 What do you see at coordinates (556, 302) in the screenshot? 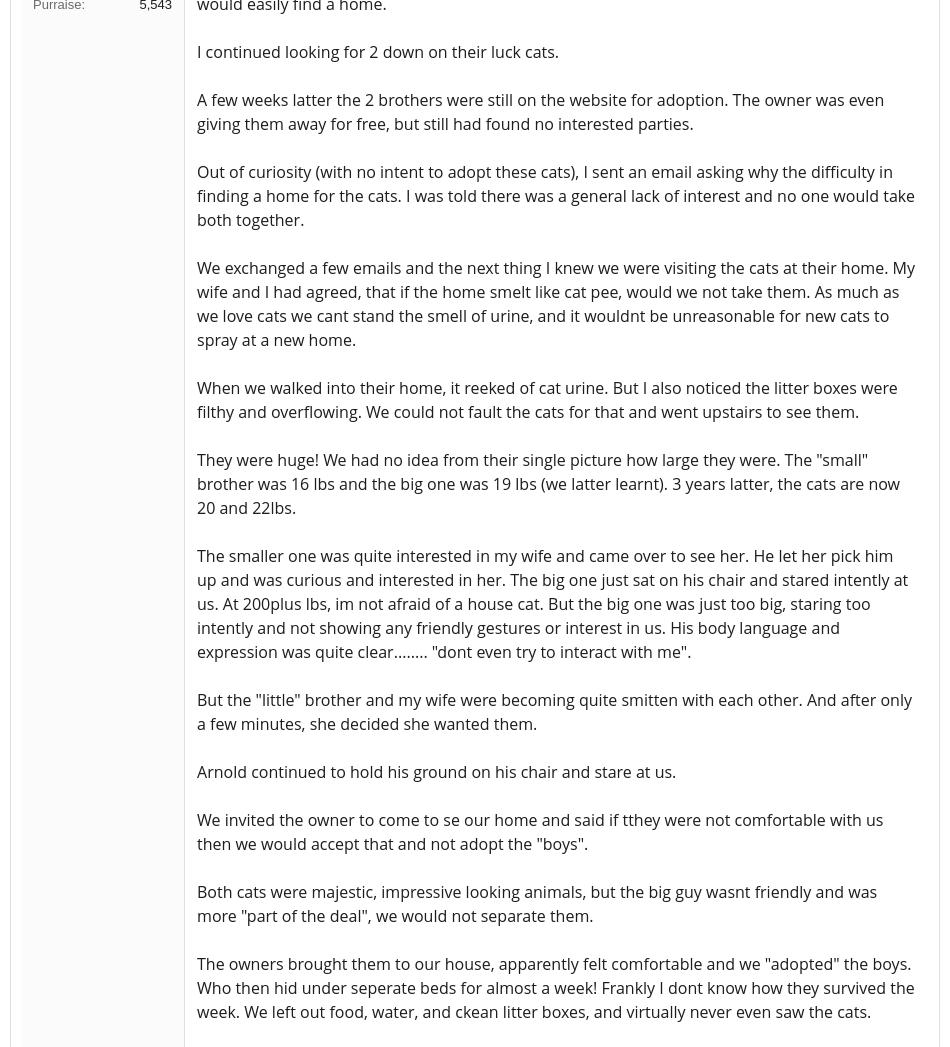
I see `'We exchanged a few emails and the next thing I knew we were visiting the cats at their home. My wife and I had agreed, that if the home smelt like cat pee, would we not take them. As much as we love cats we cant stand the smell of urine, and it wouldnt be unreasonable for new cats to spray at a new home.'` at bounding box center [556, 302].